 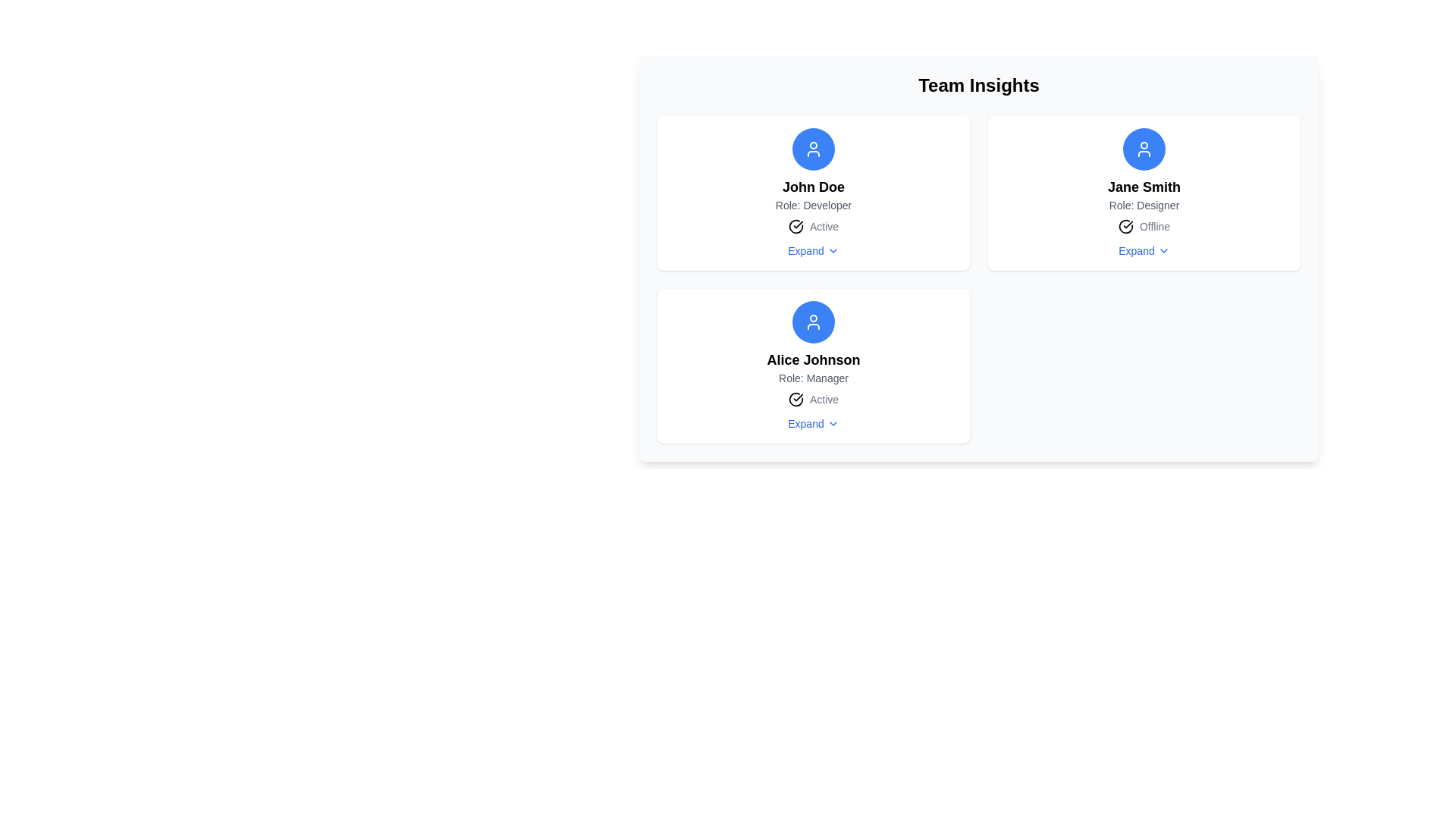 What do you see at coordinates (813, 377) in the screenshot?
I see `the Text Label displaying the job title 'Manager' for the individual 'Alice Johnson', which is located under her name label and above the 'Active' status indicator` at bounding box center [813, 377].